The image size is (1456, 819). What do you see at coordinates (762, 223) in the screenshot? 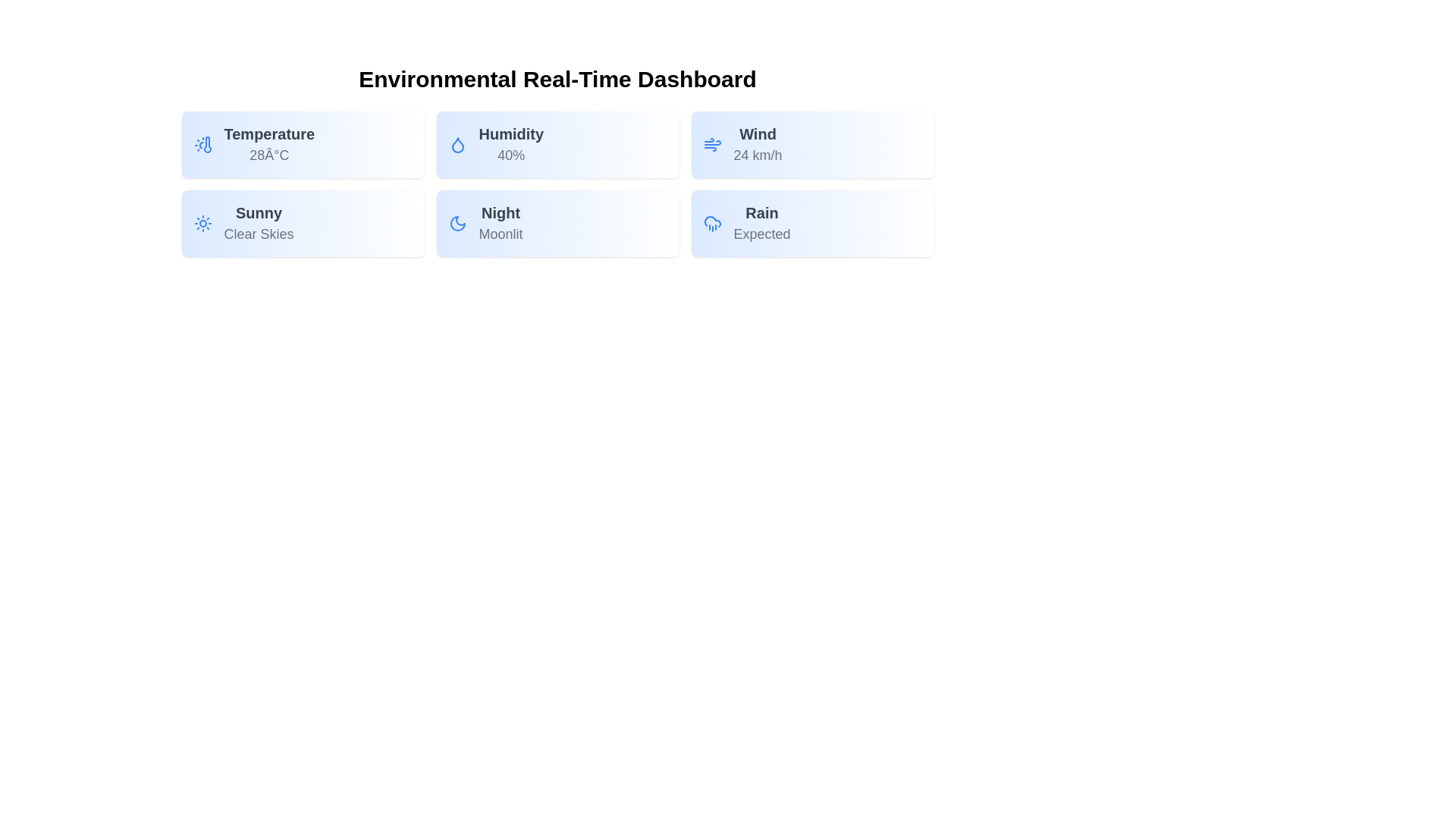
I see `the Text label displaying weather information indicating rain, located in the lower-right quadrant of the weather indicators grid` at bounding box center [762, 223].